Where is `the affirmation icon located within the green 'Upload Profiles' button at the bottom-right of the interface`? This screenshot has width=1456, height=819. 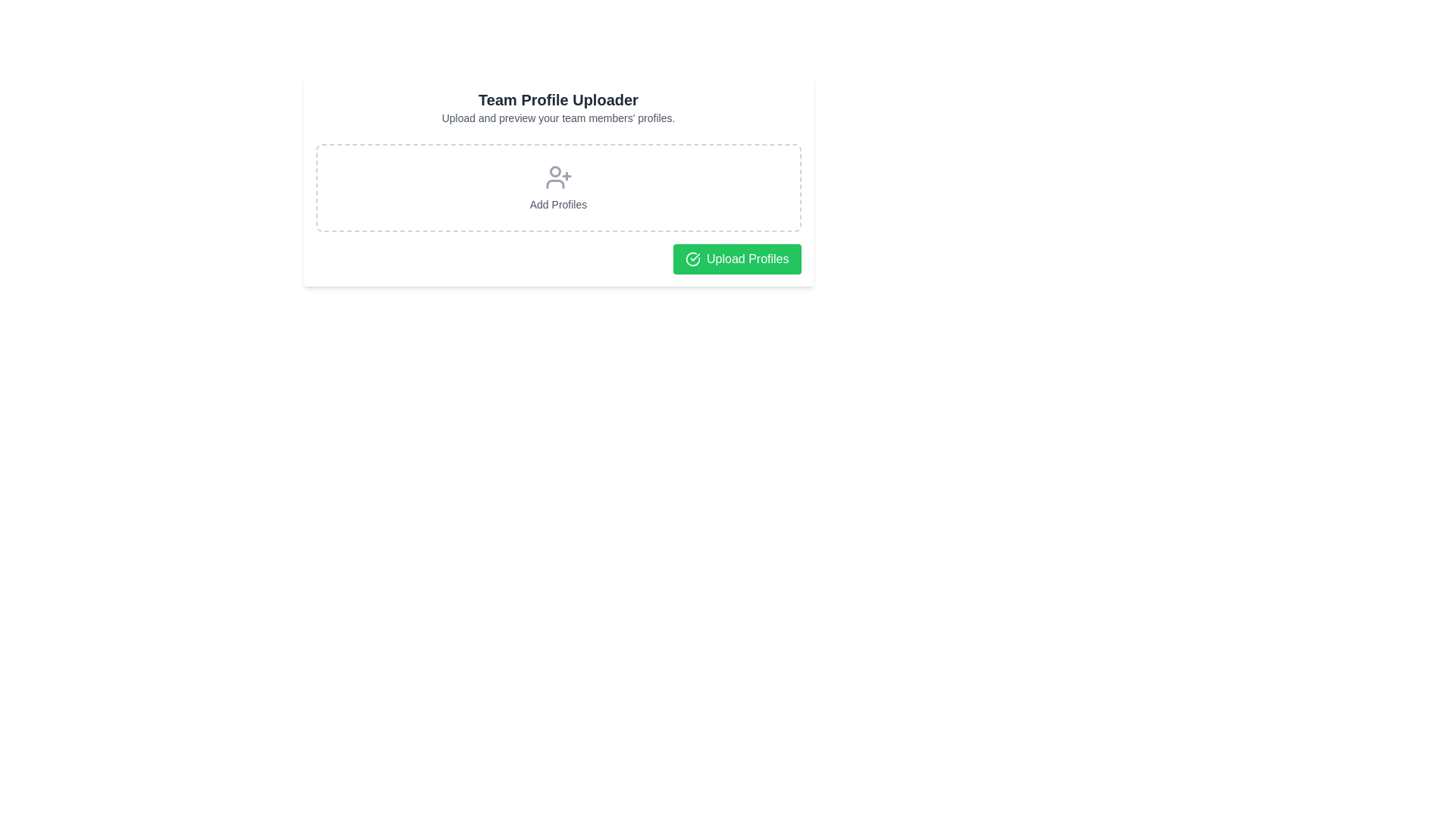 the affirmation icon located within the green 'Upload Profiles' button at the bottom-right of the interface is located at coordinates (692, 259).